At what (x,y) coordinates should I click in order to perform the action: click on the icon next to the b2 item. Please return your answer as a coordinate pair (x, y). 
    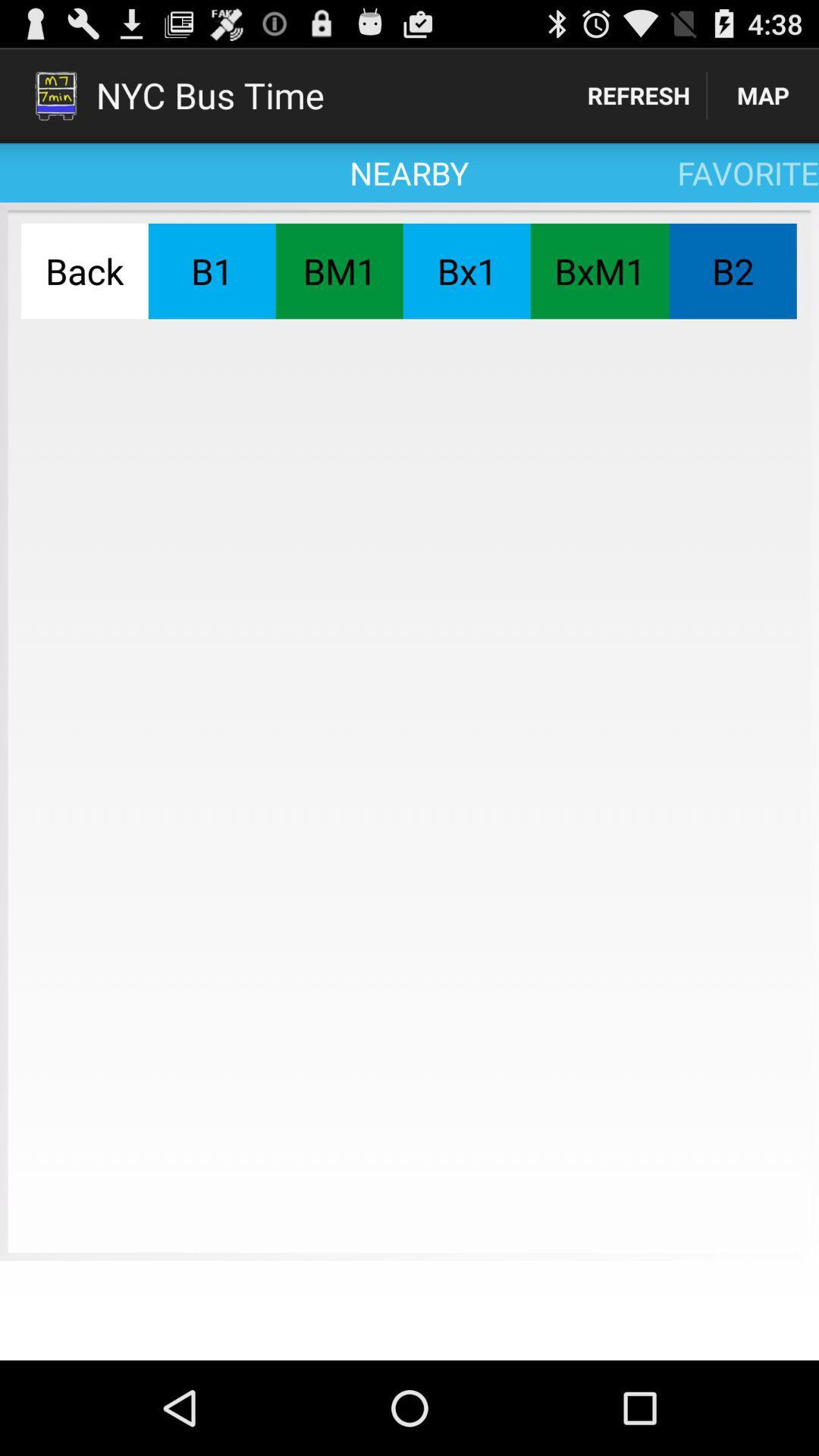
    Looking at the image, I should click on (599, 271).